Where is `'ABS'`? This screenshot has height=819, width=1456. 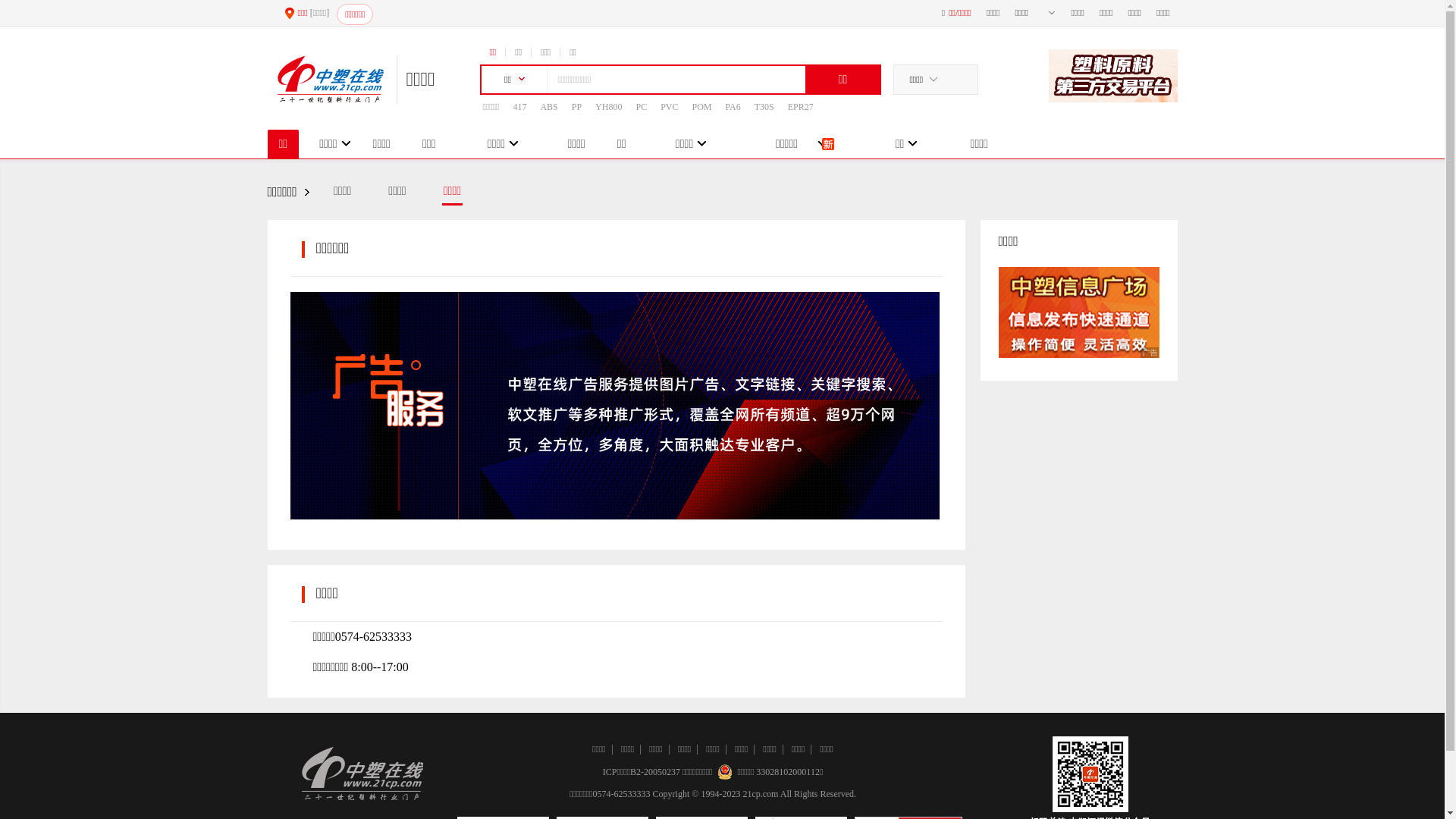 'ABS' is located at coordinates (548, 106).